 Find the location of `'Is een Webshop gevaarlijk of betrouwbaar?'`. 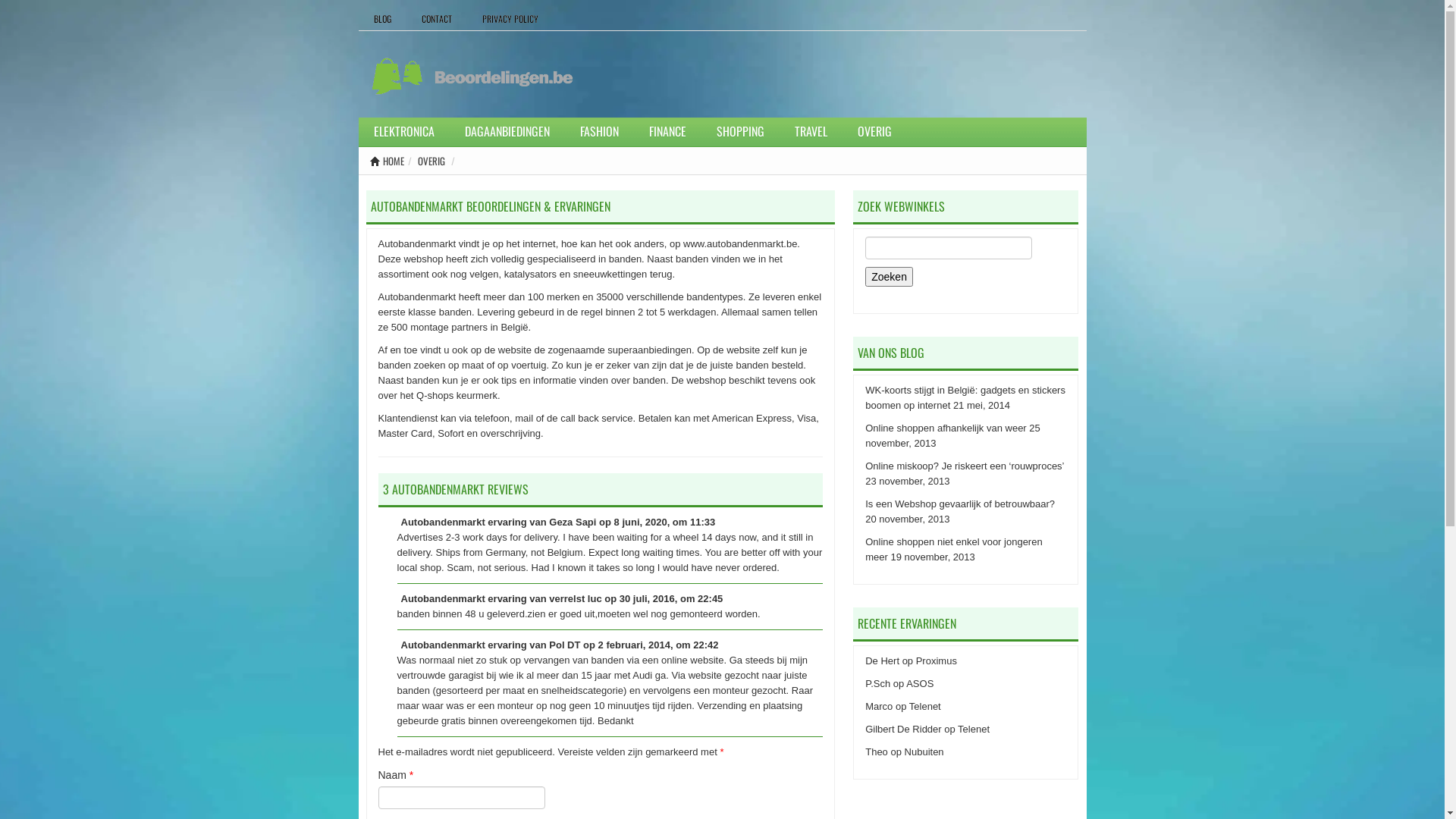

'Is een Webshop gevaarlijk of betrouwbaar?' is located at coordinates (865, 504).